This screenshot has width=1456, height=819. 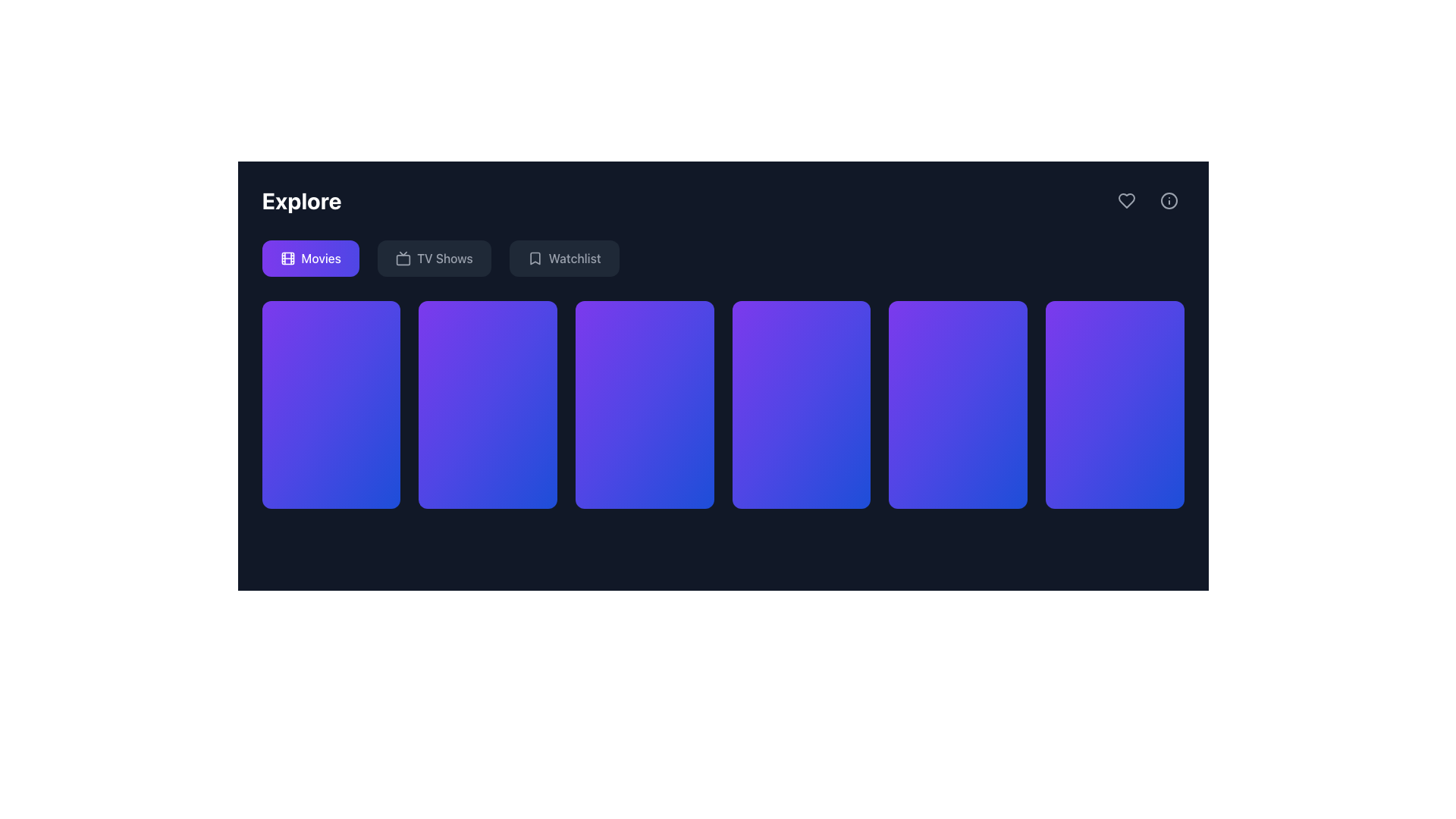 I want to click on the heart-shaped icon filled with a pattern located at the top right corner of the interface, so click(x=1126, y=200).